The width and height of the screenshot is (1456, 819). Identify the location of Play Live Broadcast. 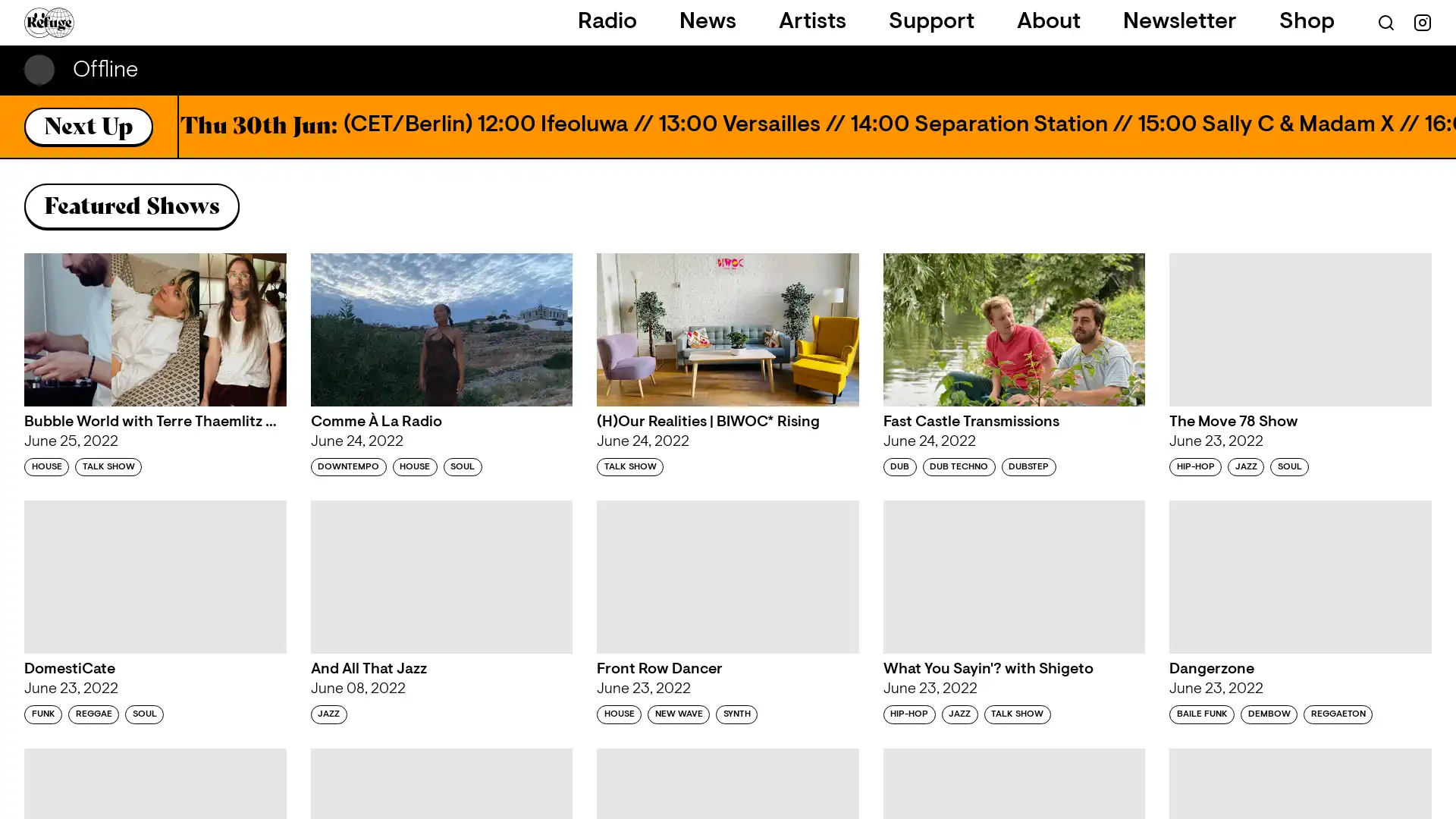
(1417, 70).